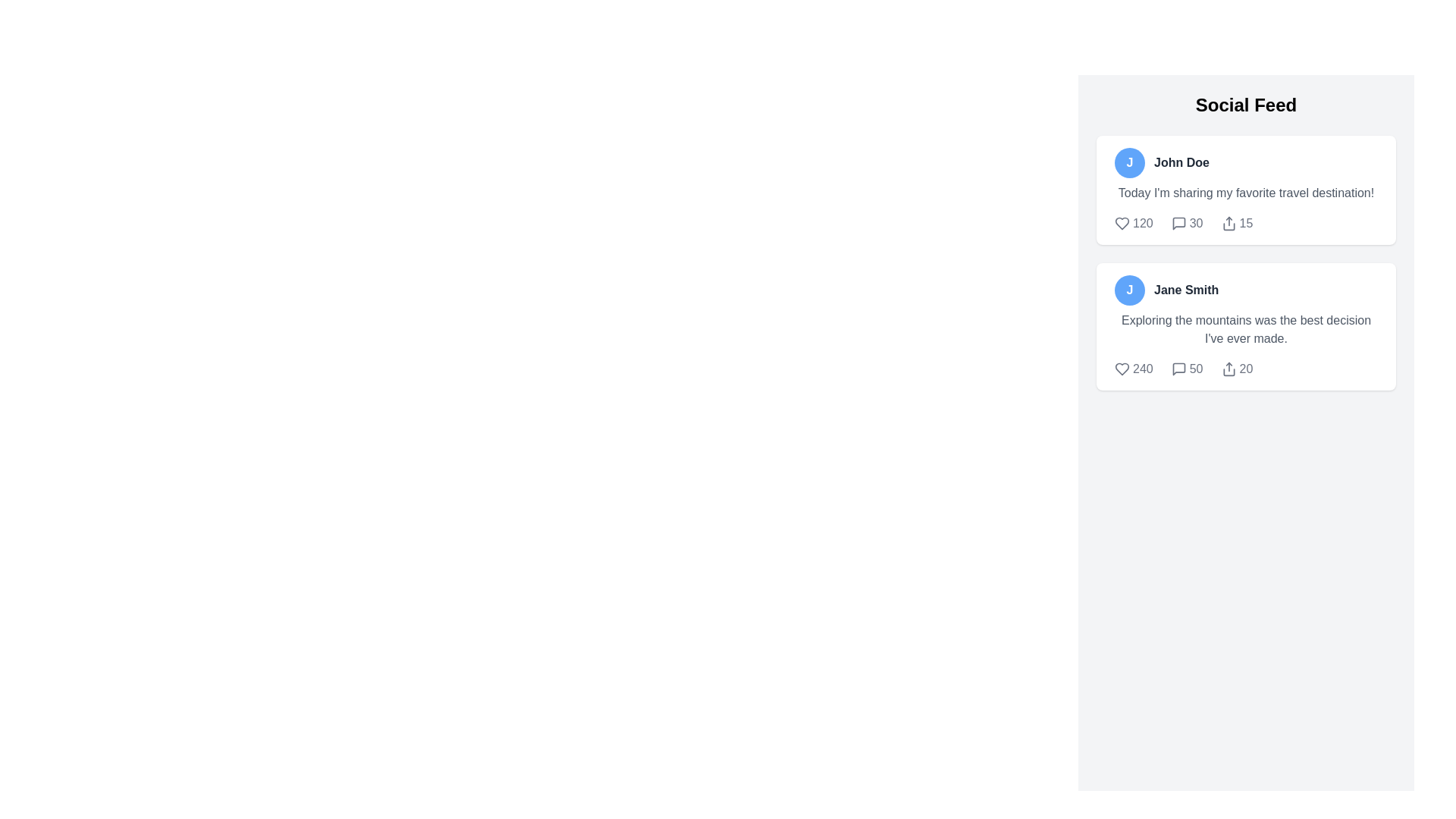 This screenshot has height=819, width=1456. Describe the element at coordinates (1129, 163) in the screenshot. I see `the circular blue avatar icon with a white letter 'J' in the center, located in the top section of the social feed post` at that location.